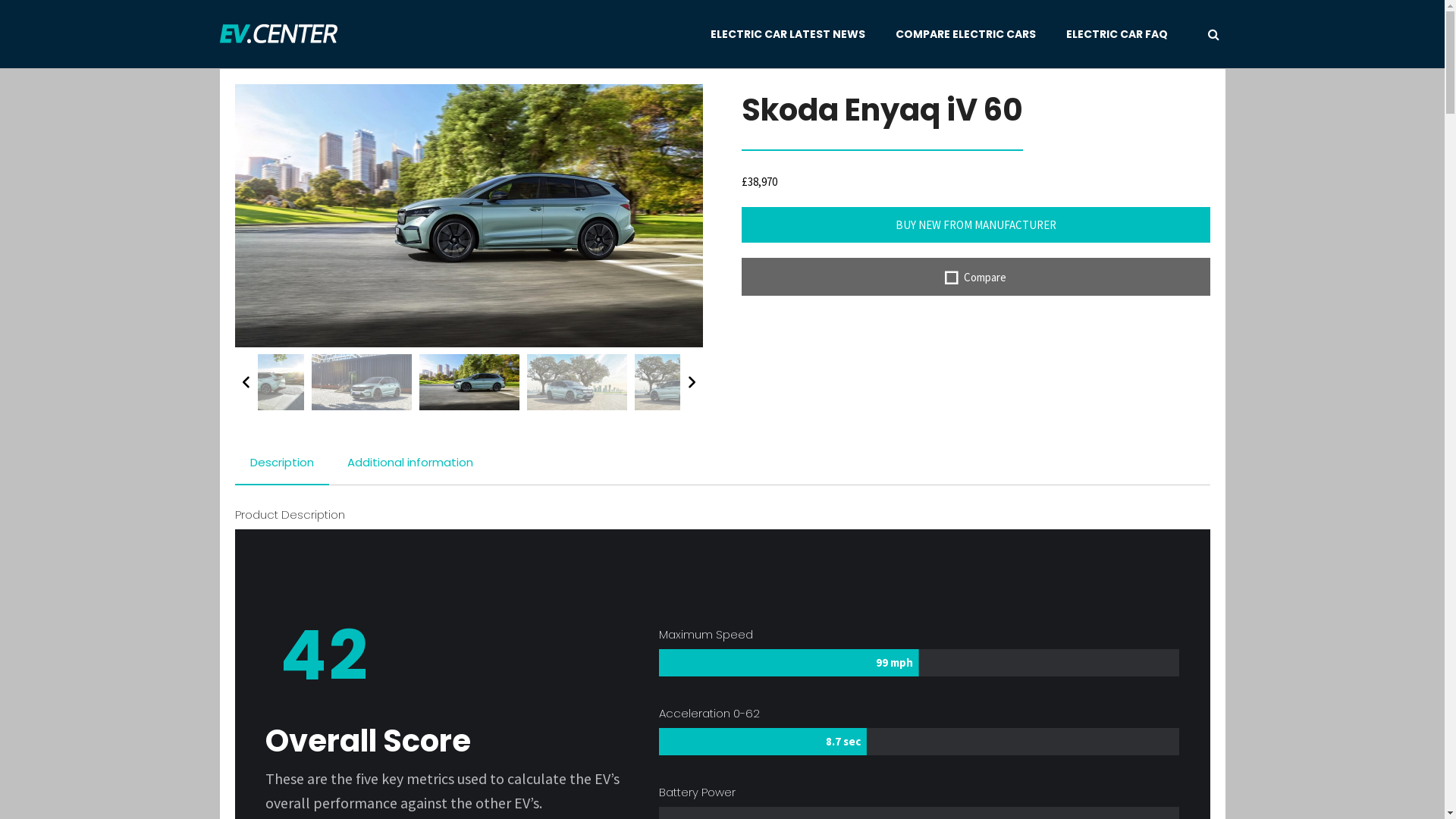 The height and width of the screenshot is (819, 1456). Describe the element at coordinates (965, 34) in the screenshot. I see `'COMPARE ELECTRIC CARS'` at that location.